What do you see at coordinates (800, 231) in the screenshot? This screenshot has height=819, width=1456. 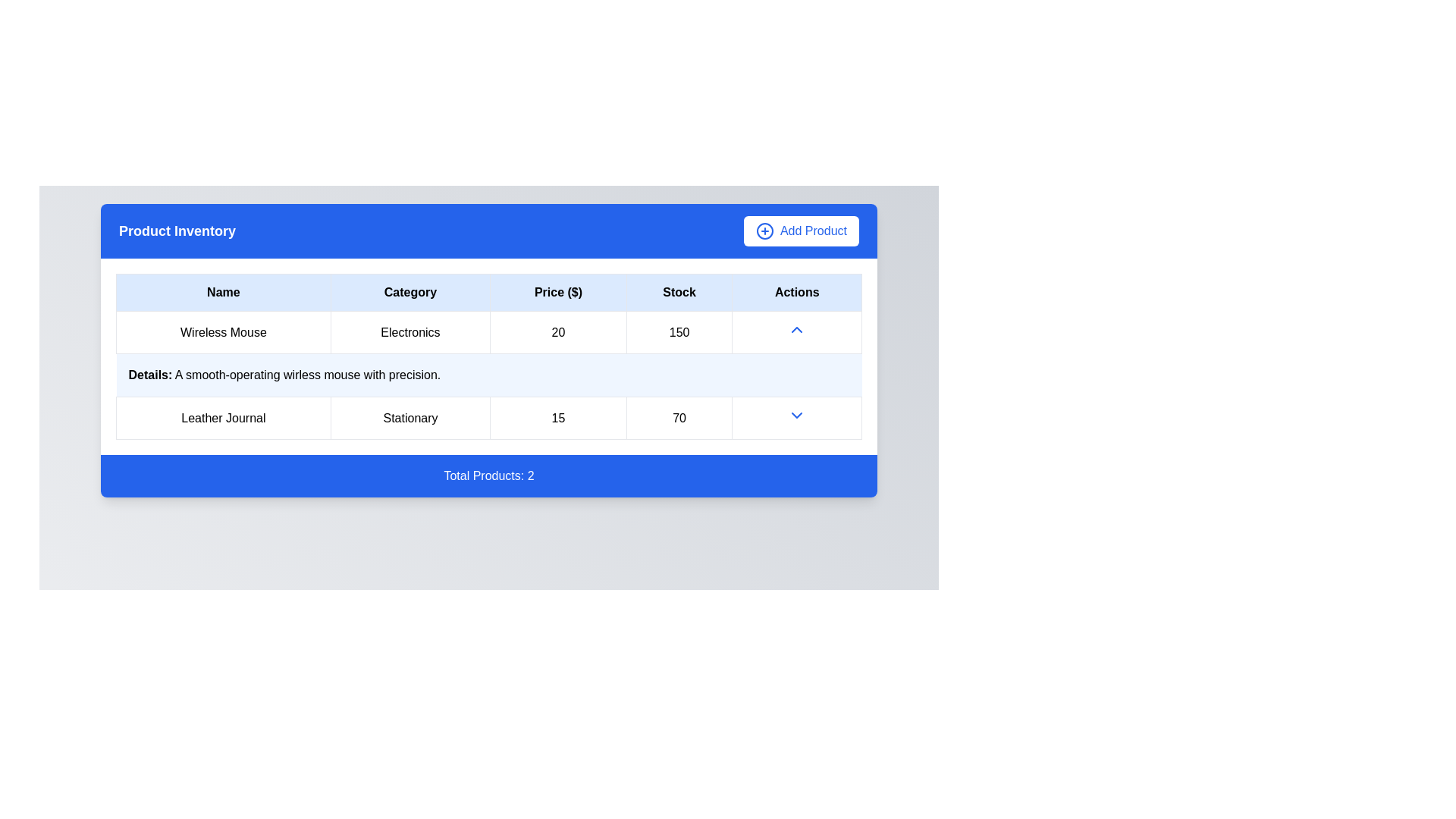 I see `the 'Add Product' button, which is a rectangular button with rounded corners and a blue text color on a white background, located in the top-right corner beside the 'Product Inventory' label` at bounding box center [800, 231].